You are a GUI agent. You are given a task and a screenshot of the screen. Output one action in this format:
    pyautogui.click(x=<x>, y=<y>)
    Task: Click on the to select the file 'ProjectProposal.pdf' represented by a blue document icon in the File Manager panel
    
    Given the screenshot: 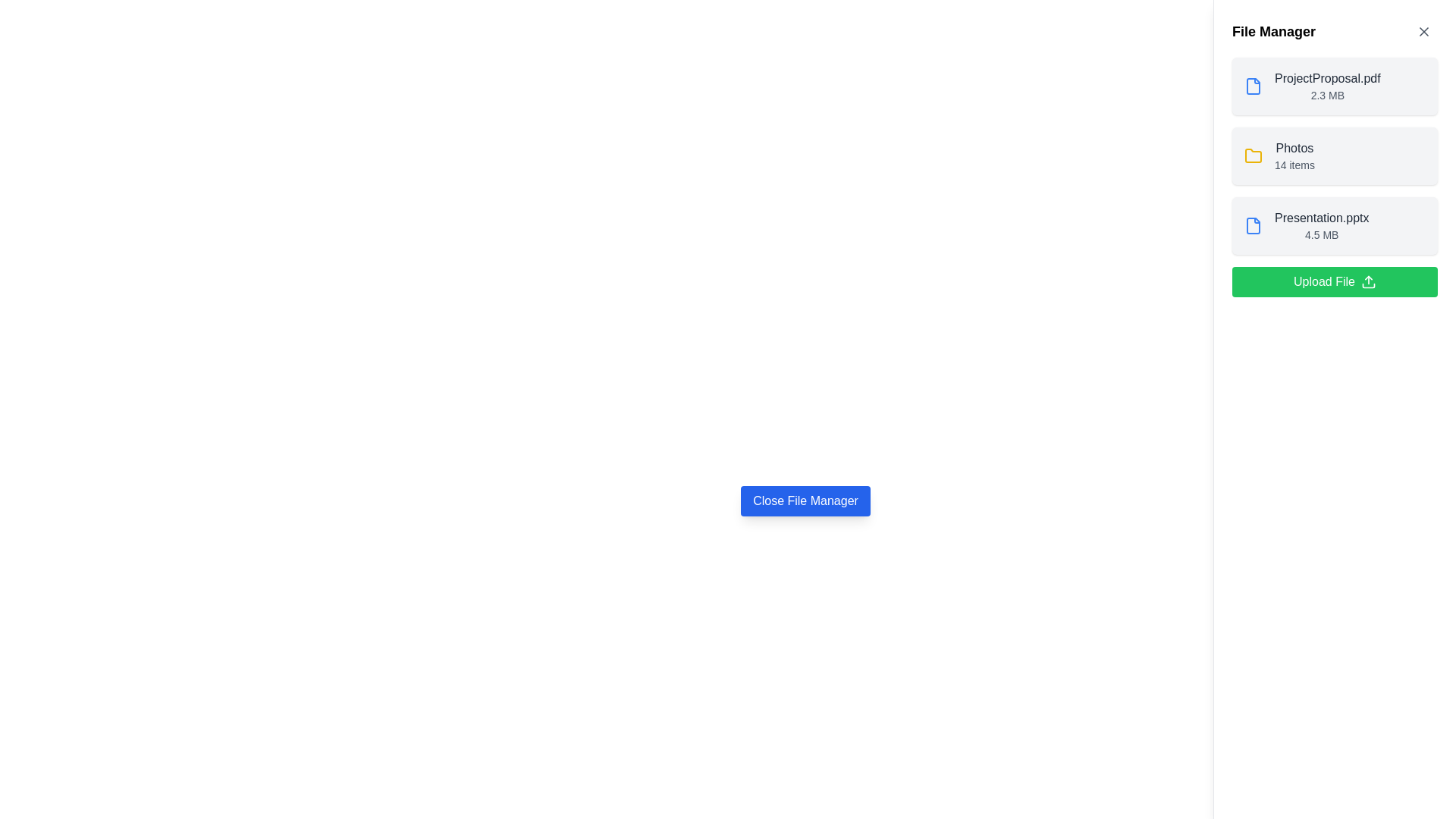 What is the action you would take?
    pyautogui.click(x=1311, y=86)
    